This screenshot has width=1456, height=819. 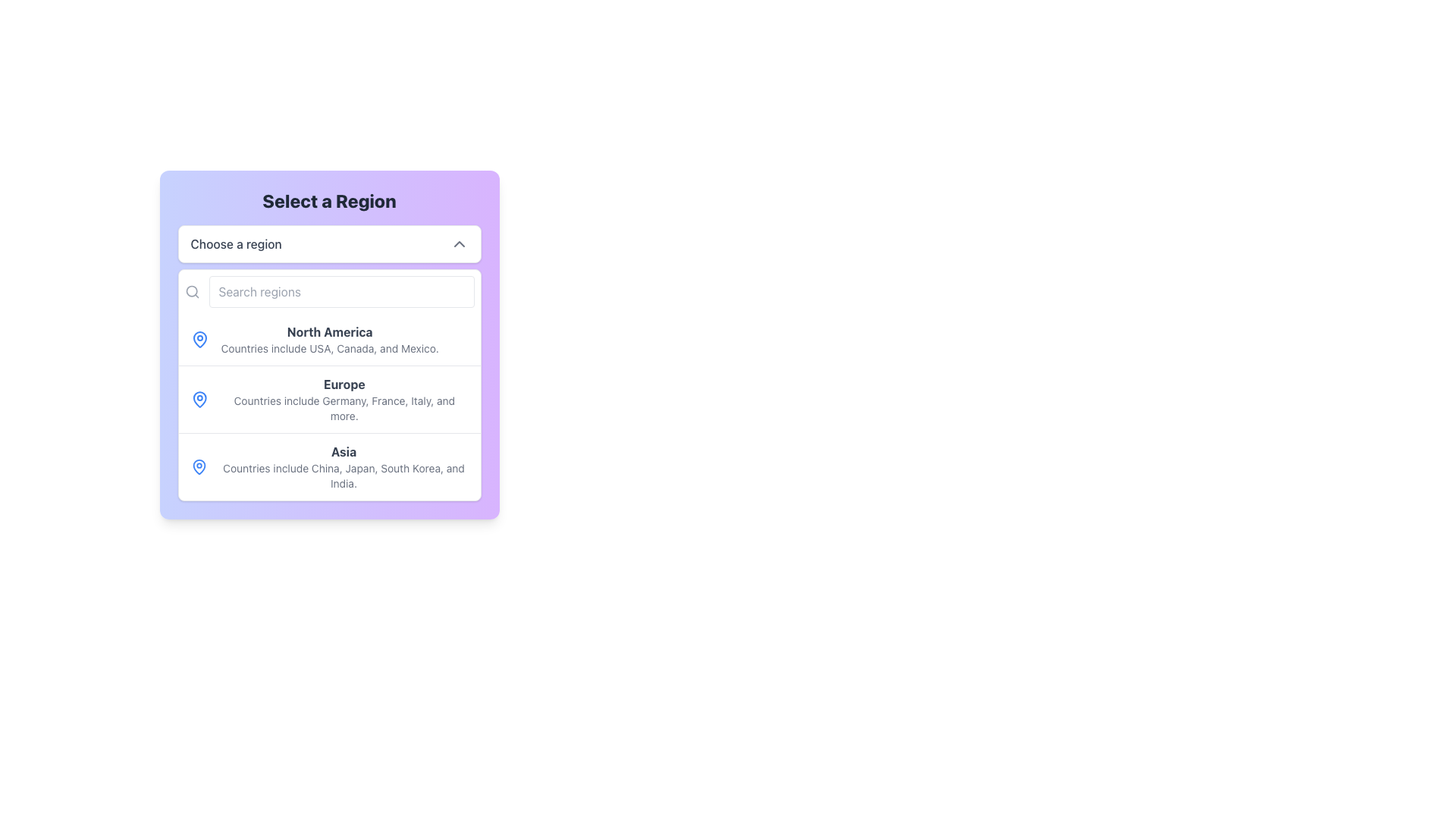 What do you see at coordinates (343, 466) in the screenshot?
I see `the third text block in the selectable list of regions labeled 'Select a Region', which displays information about the Asia region` at bounding box center [343, 466].